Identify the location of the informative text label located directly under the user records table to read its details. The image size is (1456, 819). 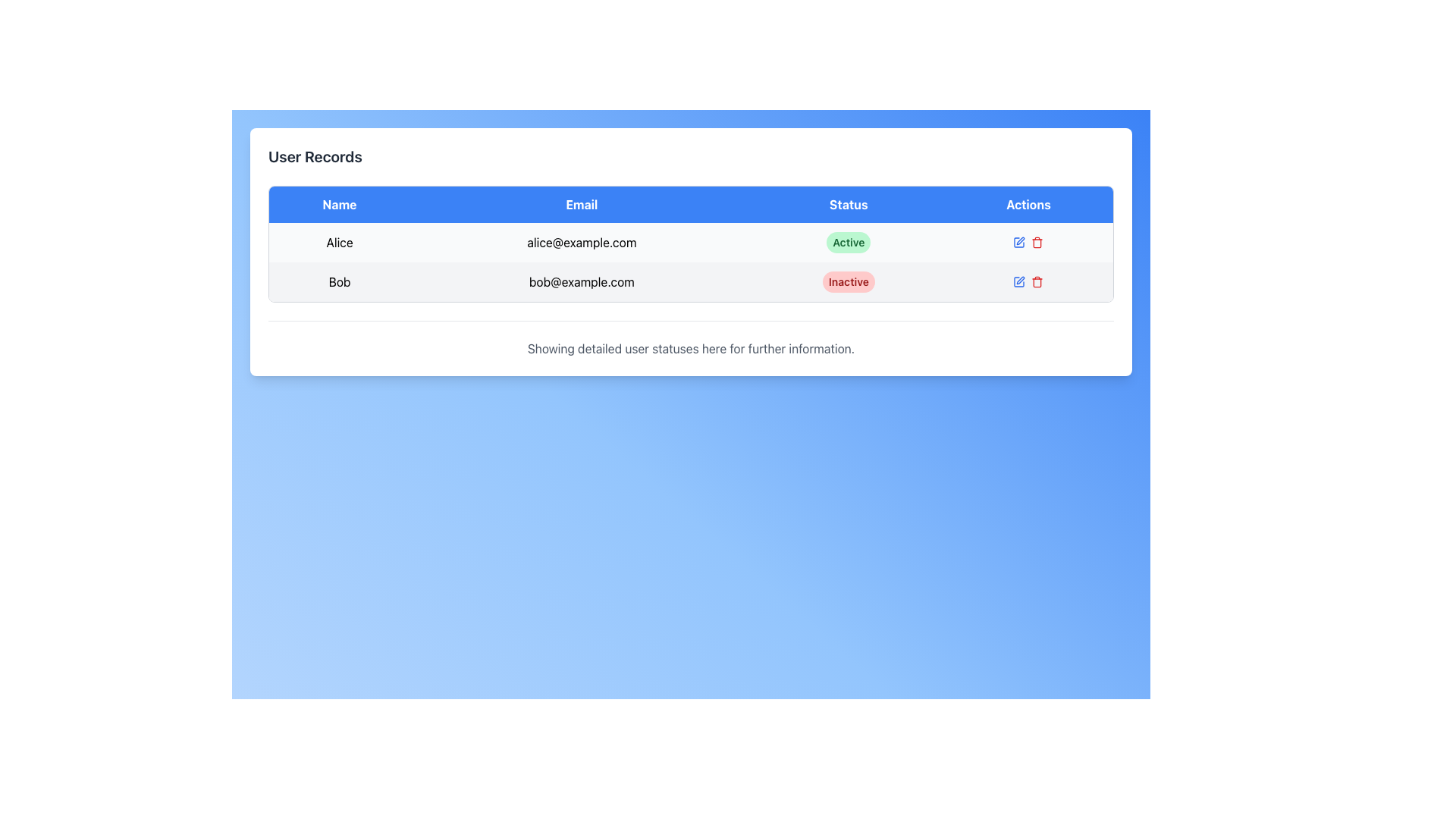
(690, 348).